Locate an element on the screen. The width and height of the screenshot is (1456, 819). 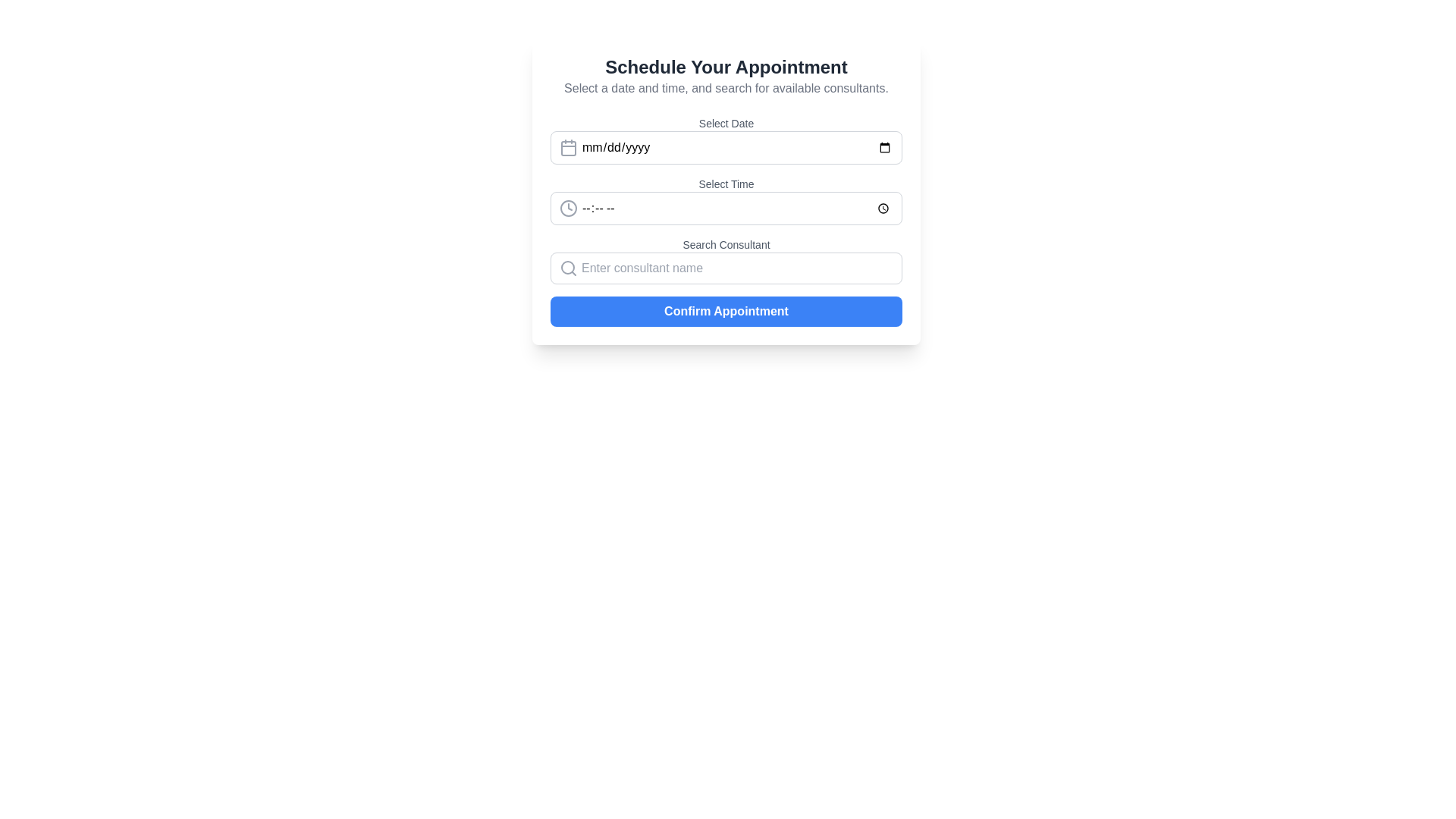
circular element of the search icon located to the left of the input field labeled 'Enter consultant name' in the 'Search Consultant' section is located at coordinates (566, 267).